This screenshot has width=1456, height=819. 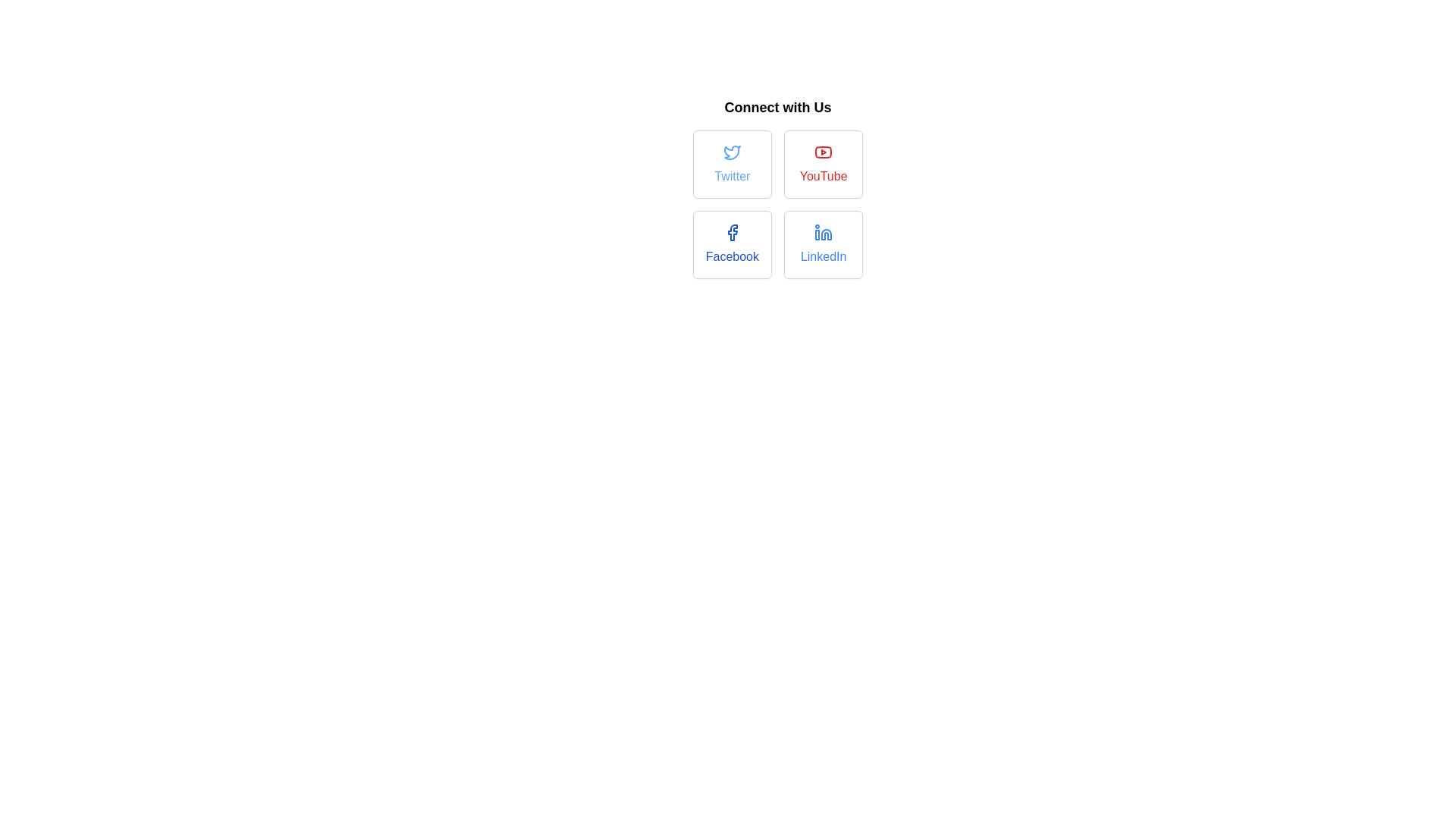 What do you see at coordinates (732, 152) in the screenshot?
I see `the Twitter icon located in the top-left square of a 2x2 grid layout of connect buttons` at bounding box center [732, 152].